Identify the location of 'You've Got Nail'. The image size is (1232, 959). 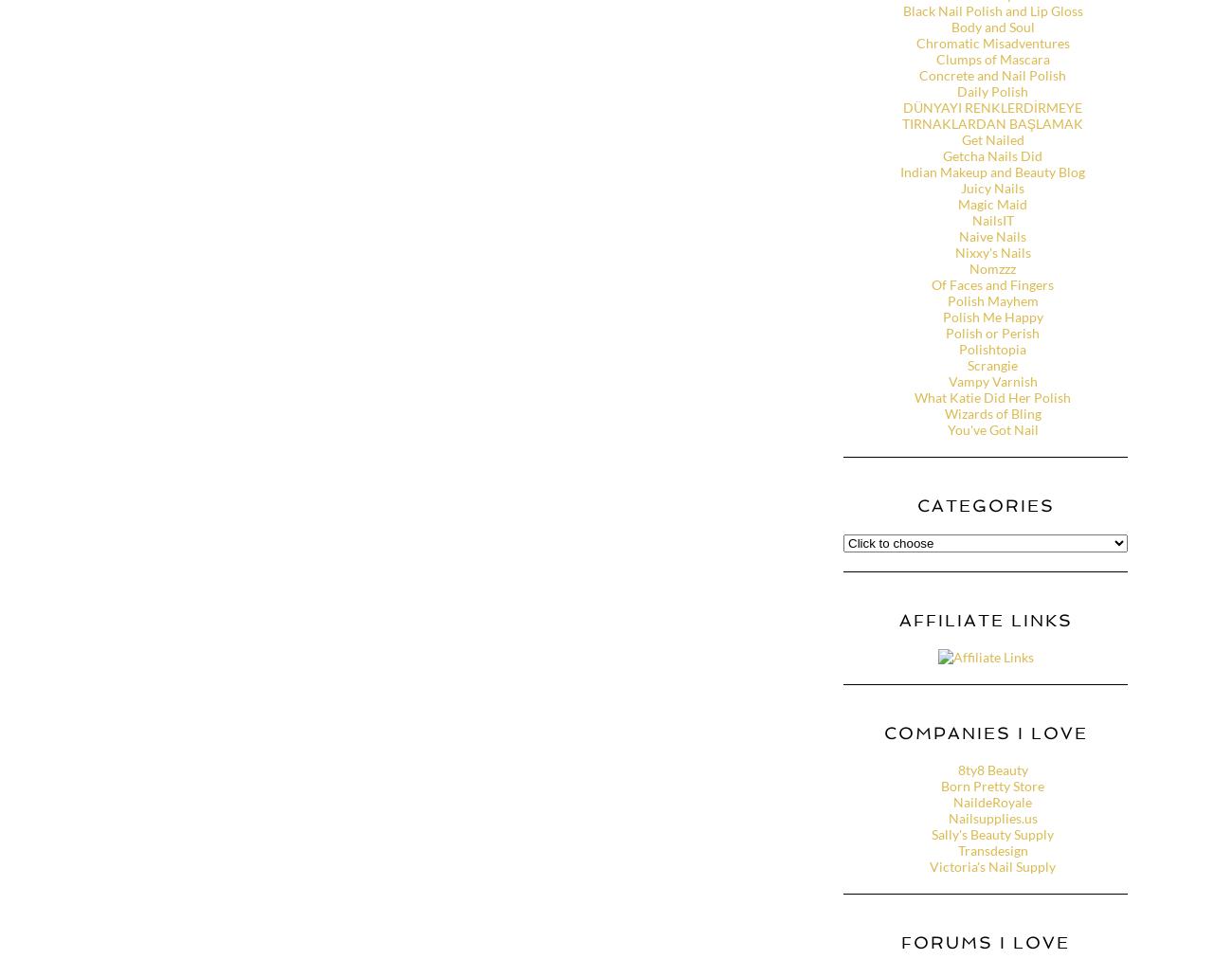
(992, 429).